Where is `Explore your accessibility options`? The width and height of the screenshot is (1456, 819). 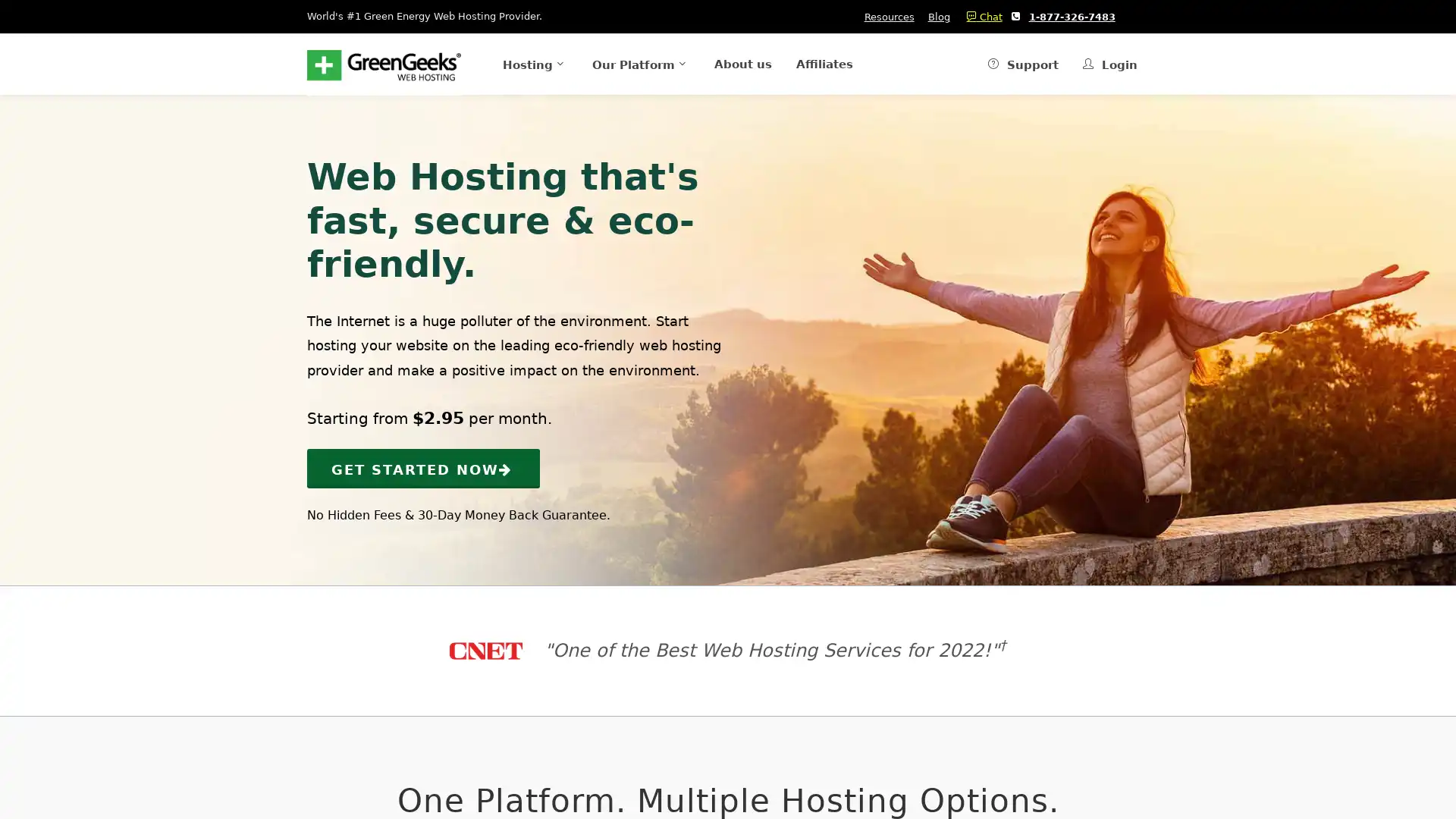
Explore your accessibility options is located at coordinates (24, 742).